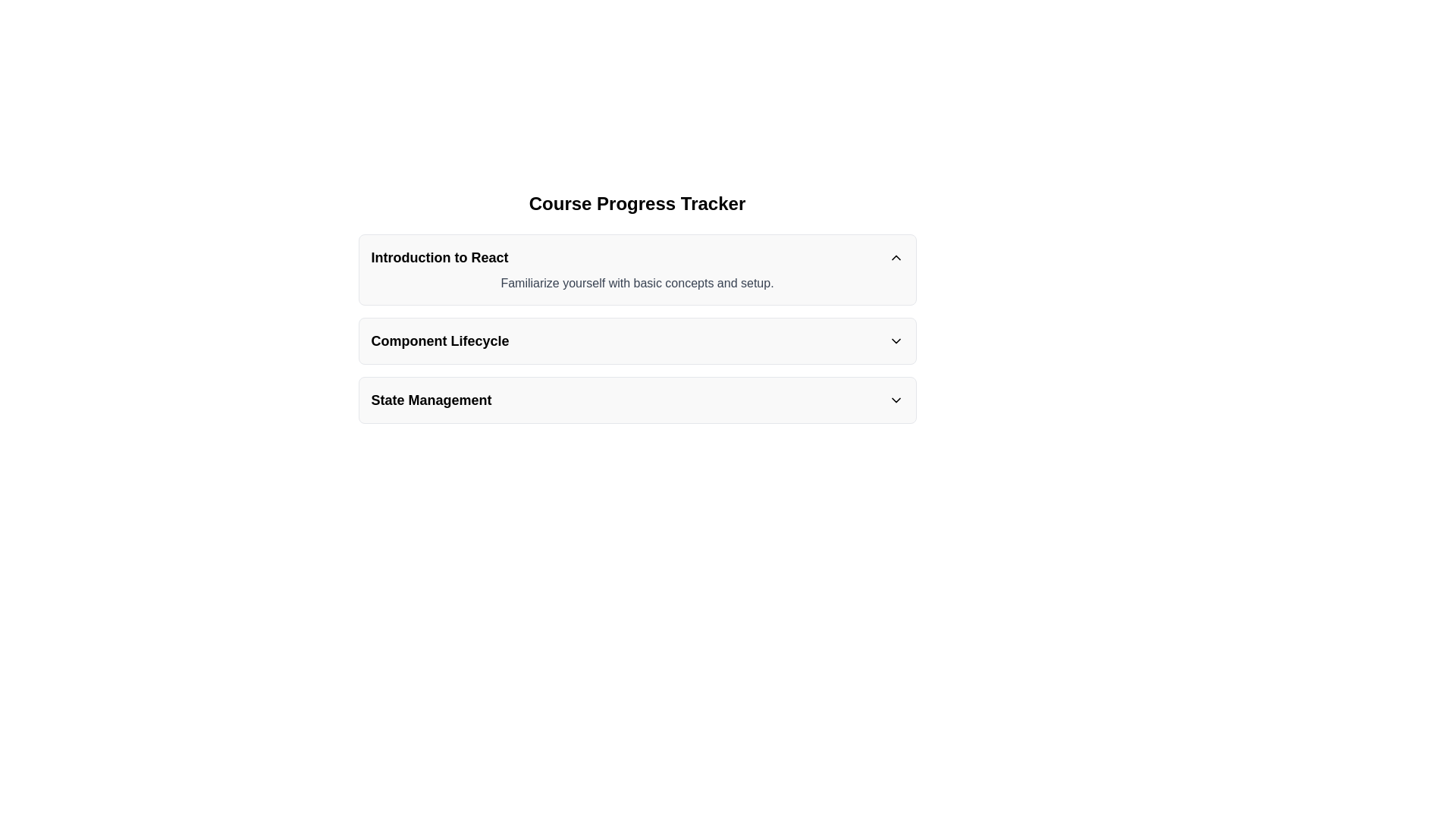 This screenshot has height=819, width=1456. Describe the element at coordinates (896, 256) in the screenshot. I see `the chevron arrow icon located on the right side of the 'Introduction to React' section` at that location.